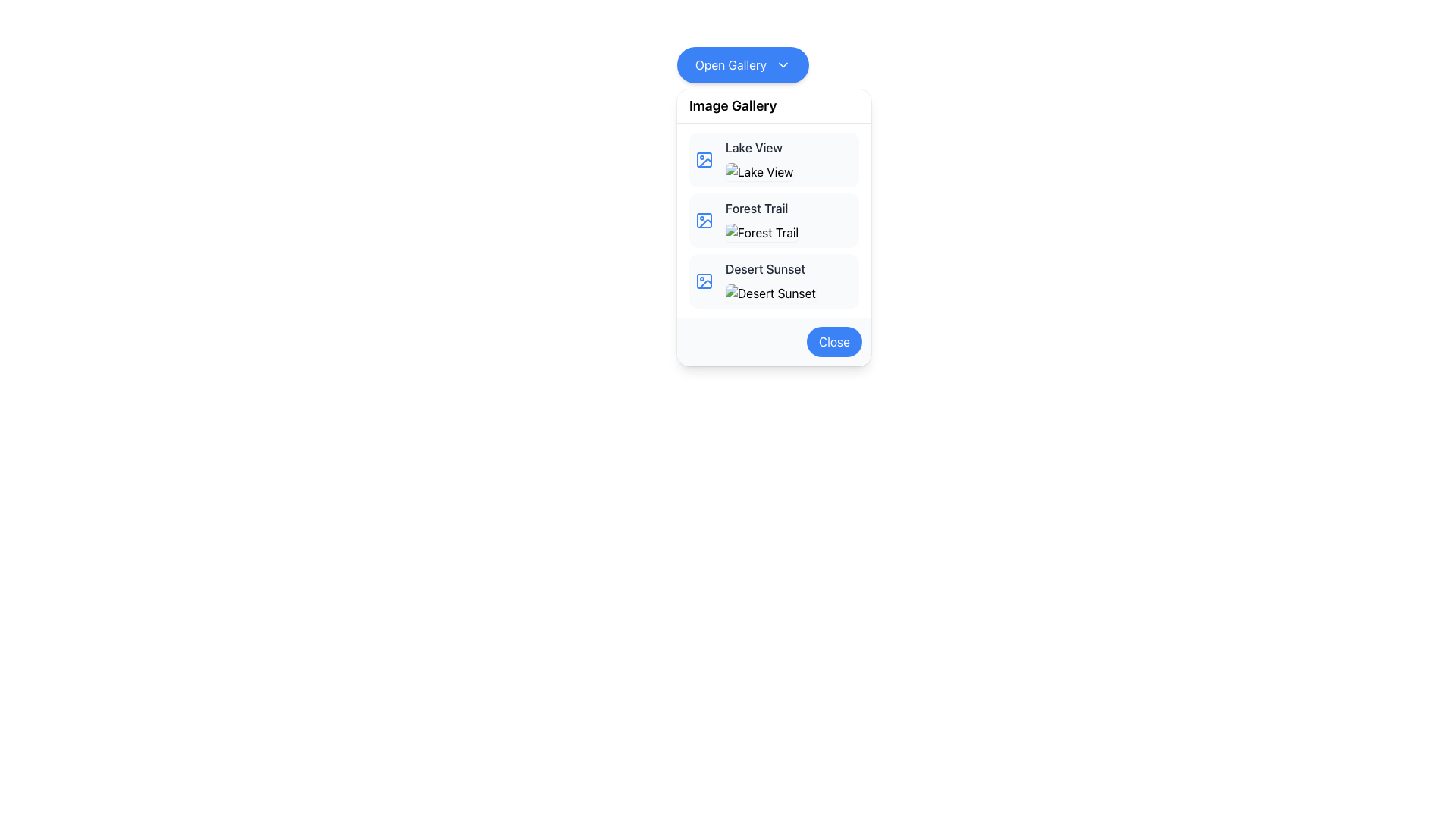 Image resolution: width=1456 pixels, height=819 pixels. I want to click on the decorative Rectangle graphic component located at the top-left corner of the 'Image Gallery' group for the list item labeled 'Lake View', so click(703, 160).